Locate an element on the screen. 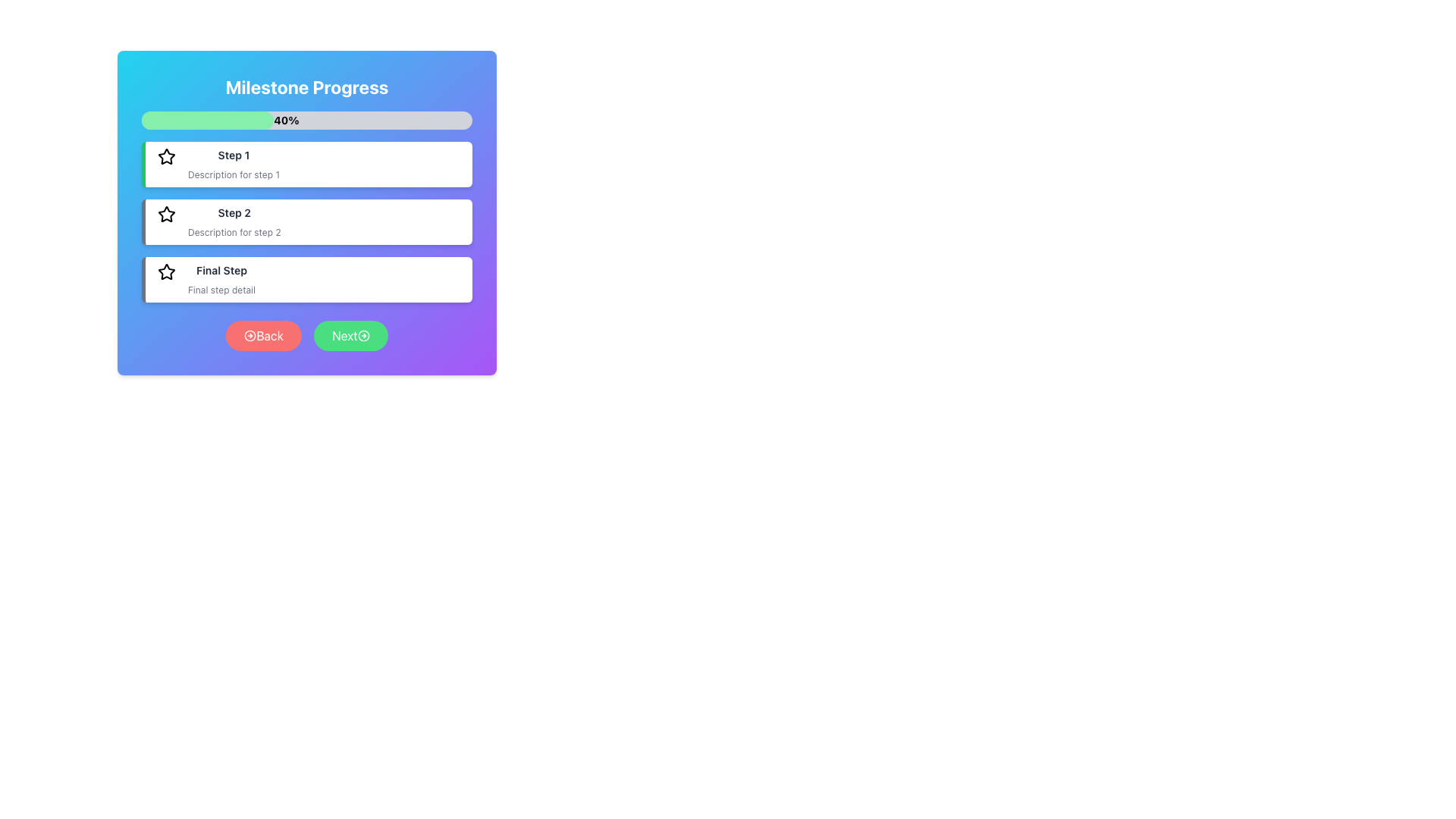  the hollow star-shaped icon with thin, rounded outlines, located in the second card labeled 'Step 2' on the left side of the application is located at coordinates (167, 214).